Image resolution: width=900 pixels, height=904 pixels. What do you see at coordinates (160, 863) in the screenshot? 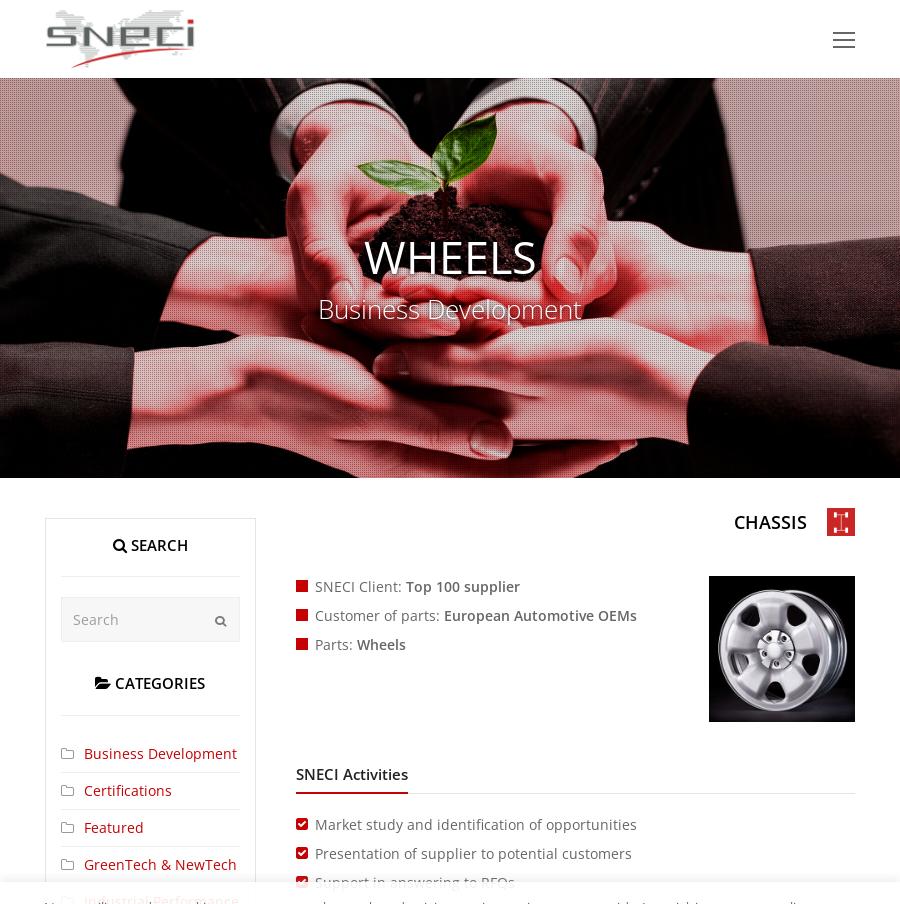
I see `'GreenTech & NewTech'` at bounding box center [160, 863].